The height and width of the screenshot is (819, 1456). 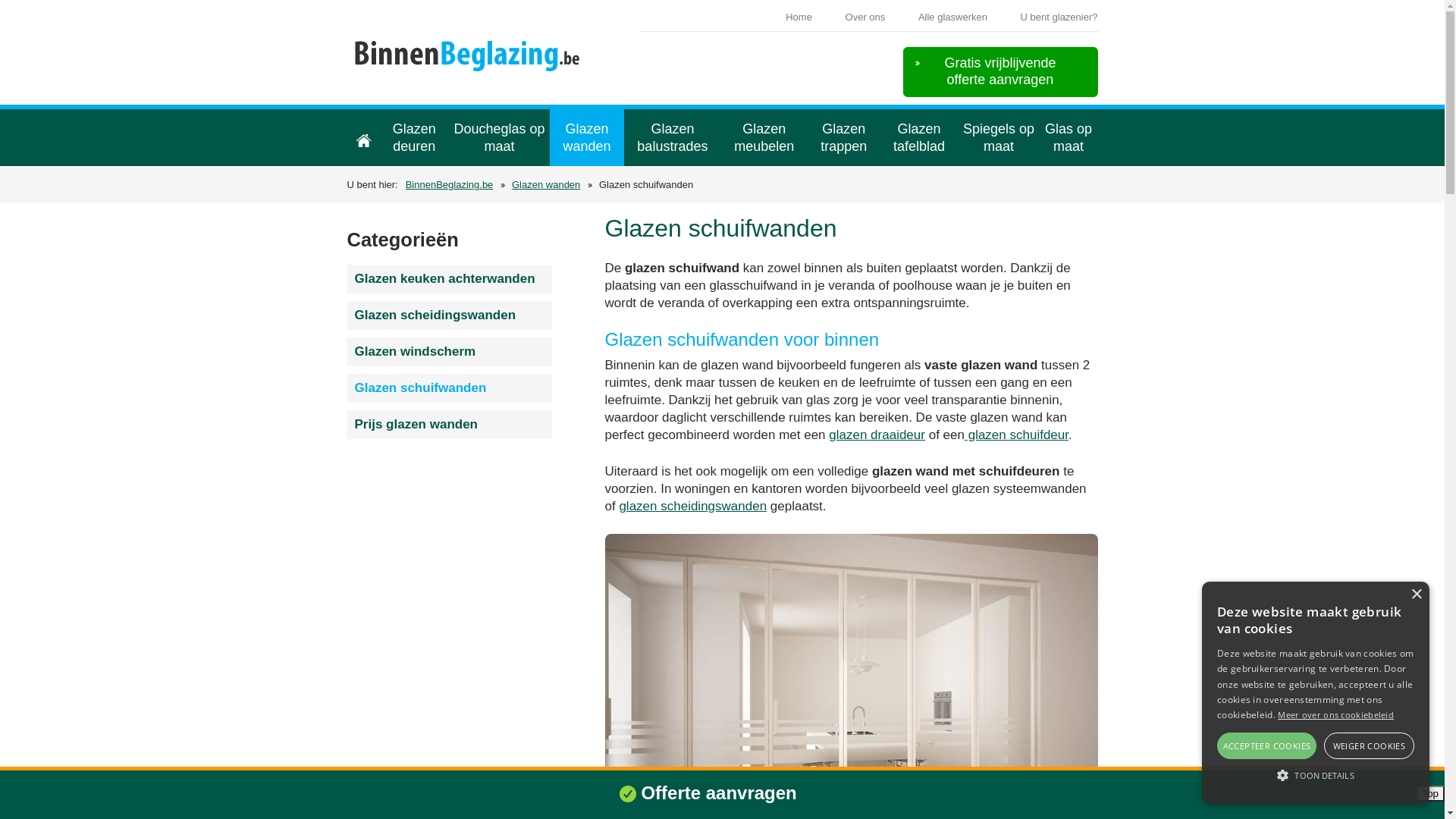 What do you see at coordinates (351, 60) in the screenshot?
I see `'BinnenBeglazing.be'` at bounding box center [351, 60].